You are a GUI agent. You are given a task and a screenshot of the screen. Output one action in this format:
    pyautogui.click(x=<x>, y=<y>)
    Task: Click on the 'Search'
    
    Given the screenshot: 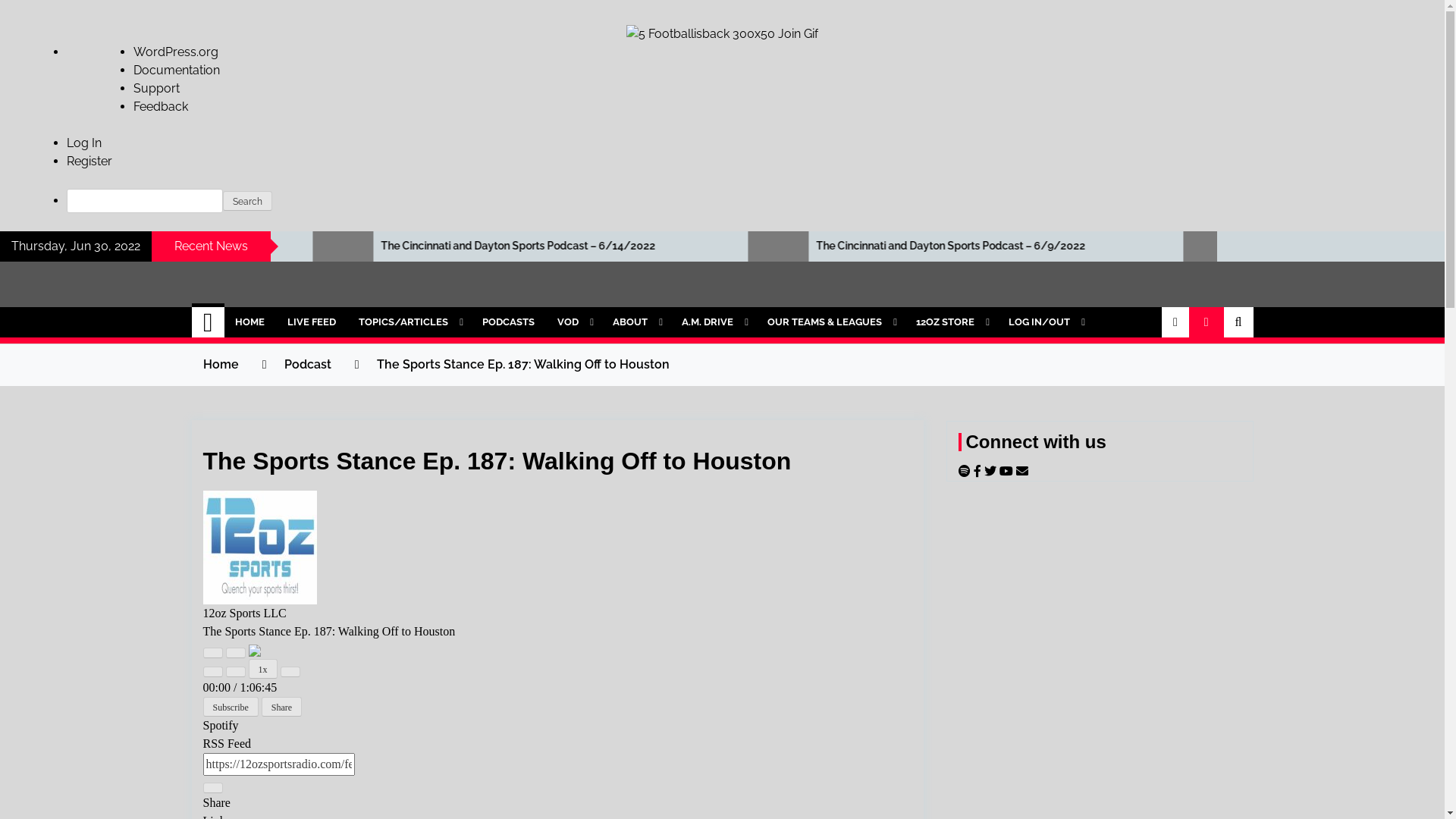 What is the action you would take?
    pyautogui.click(x=221, y=200)
    